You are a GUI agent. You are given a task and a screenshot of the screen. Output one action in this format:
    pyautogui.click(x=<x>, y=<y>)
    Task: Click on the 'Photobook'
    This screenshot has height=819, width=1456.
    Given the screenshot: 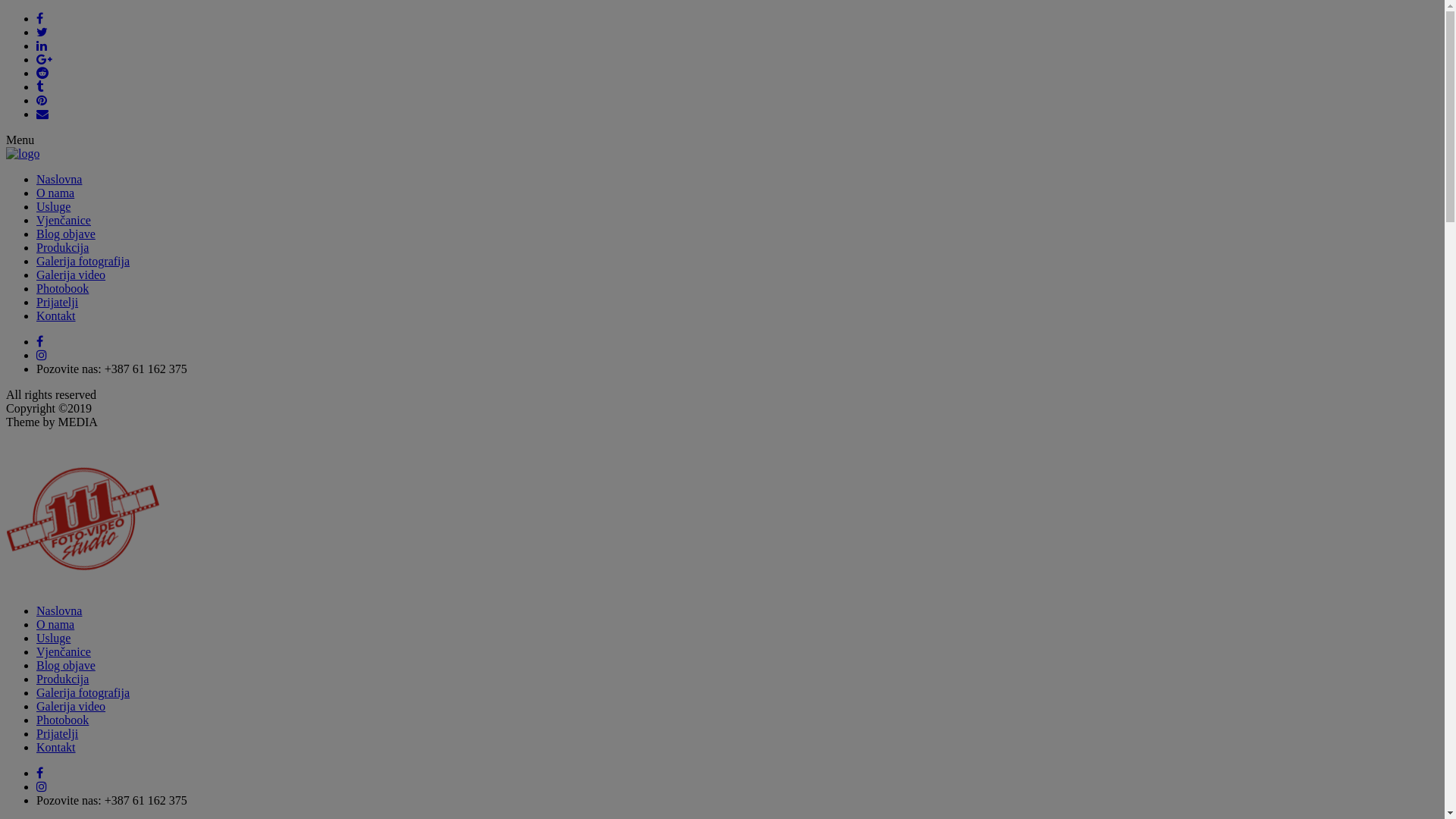 What is the action you would take?
    pyautogui.click(x=61, y=288)
    